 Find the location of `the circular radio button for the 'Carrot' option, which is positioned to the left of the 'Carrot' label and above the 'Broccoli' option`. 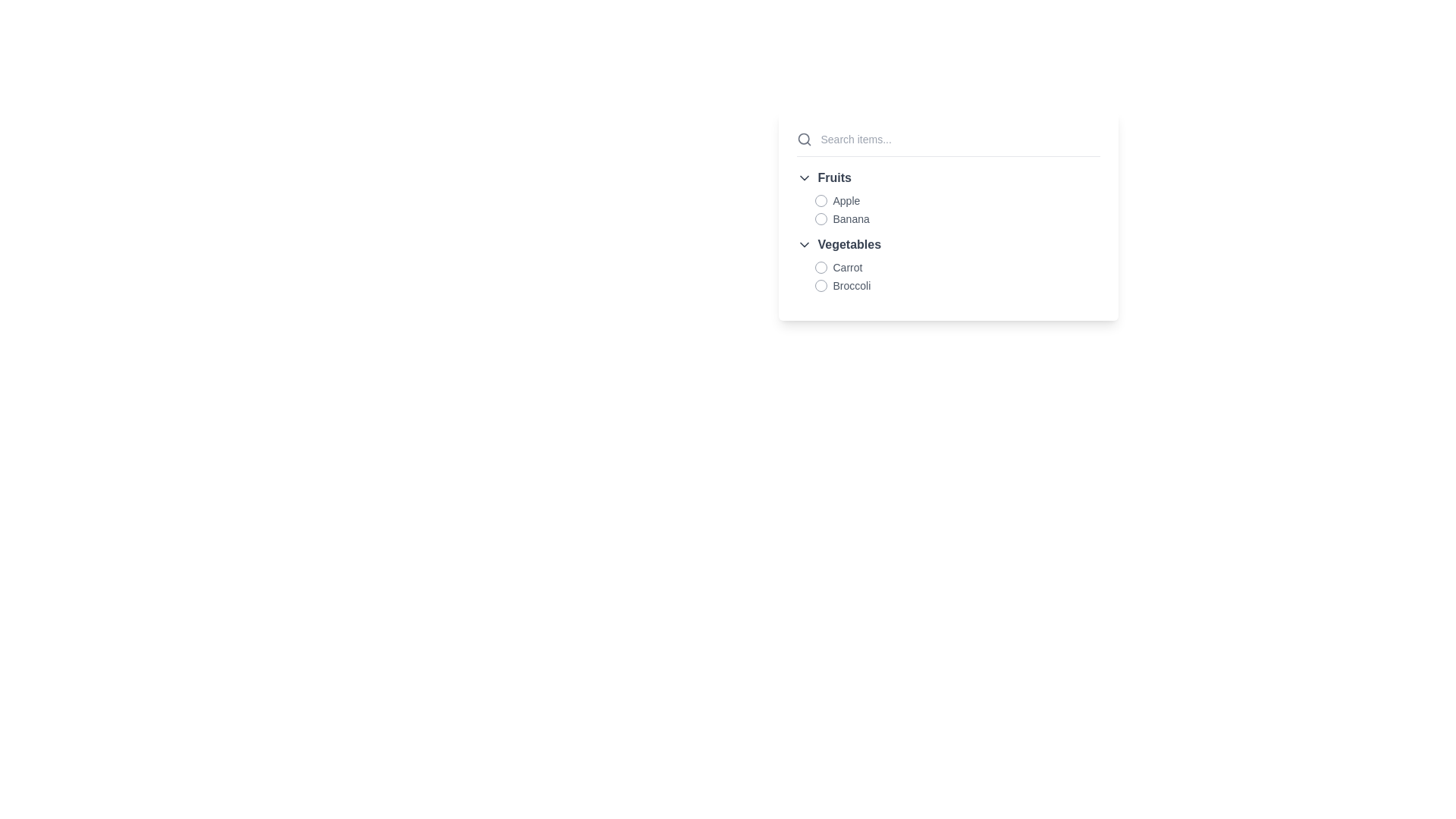

the circular radio button for the 'Carrot' option, which is positioned to the left of the 'Carrot' label and above the 'Broccoli' option is located at coordinates (820, 267).